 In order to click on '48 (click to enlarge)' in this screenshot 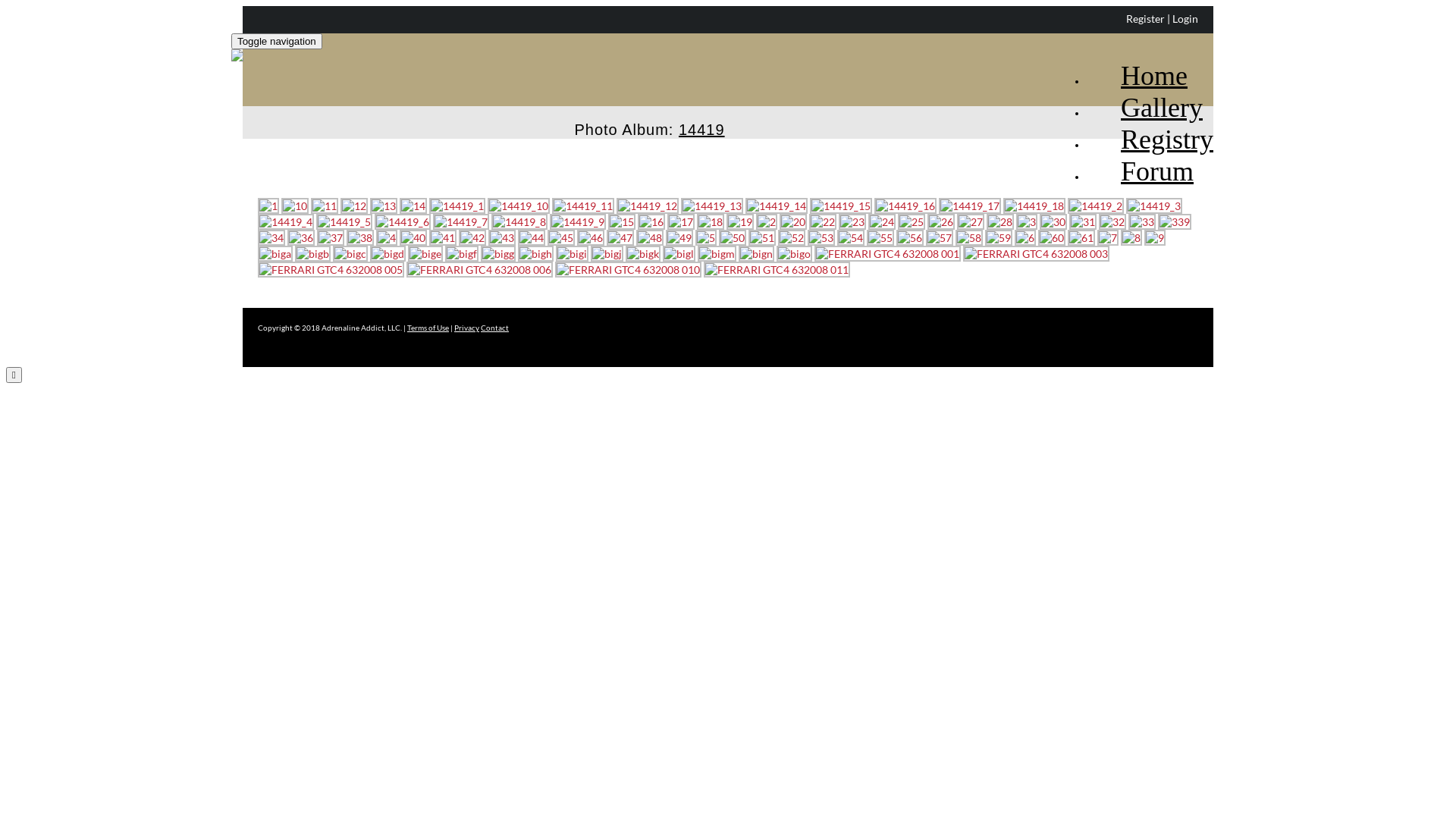, I will do `click(650, 237)`.